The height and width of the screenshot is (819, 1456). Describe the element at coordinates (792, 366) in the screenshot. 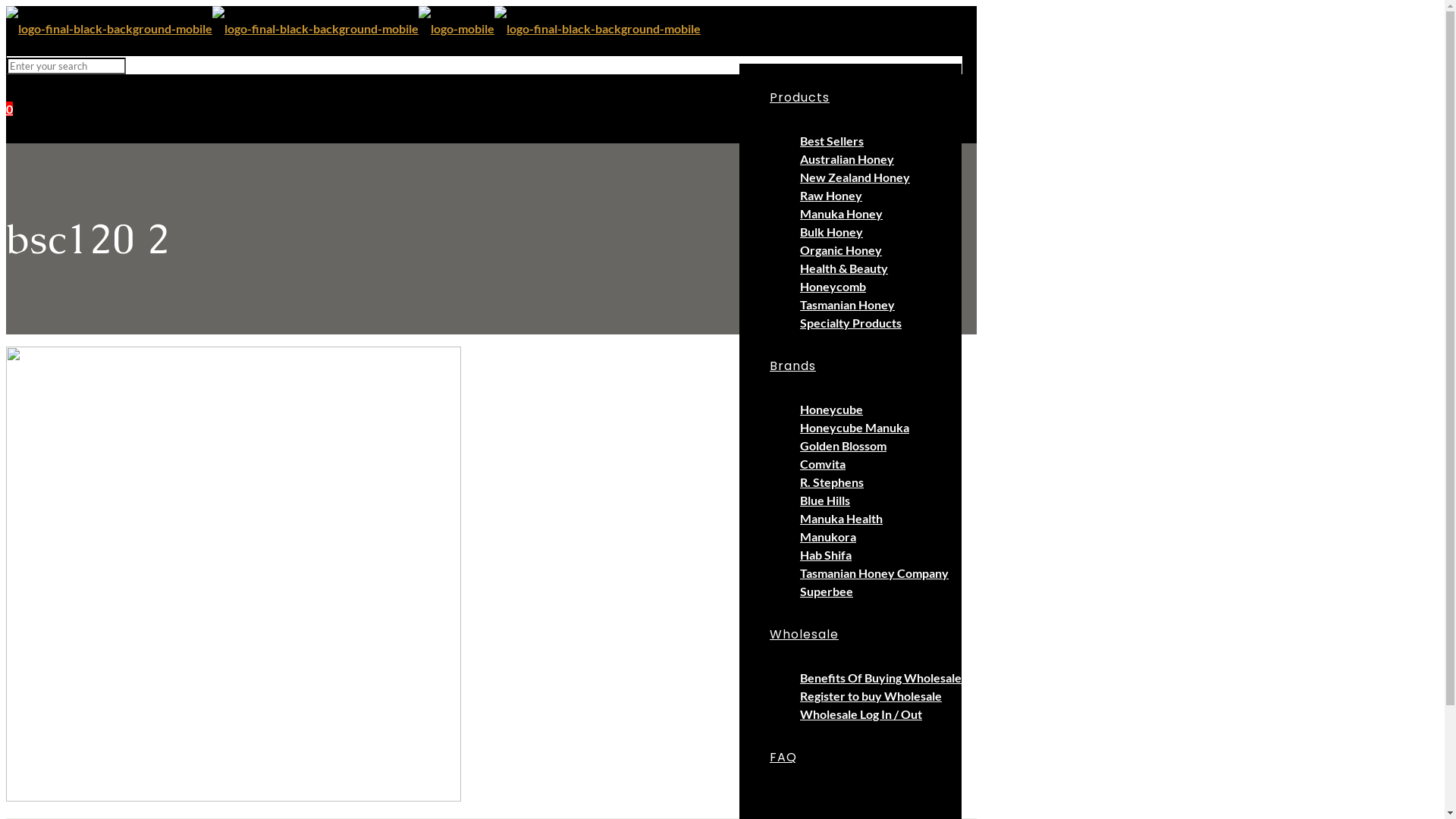

I see `'Brands'` at that location.